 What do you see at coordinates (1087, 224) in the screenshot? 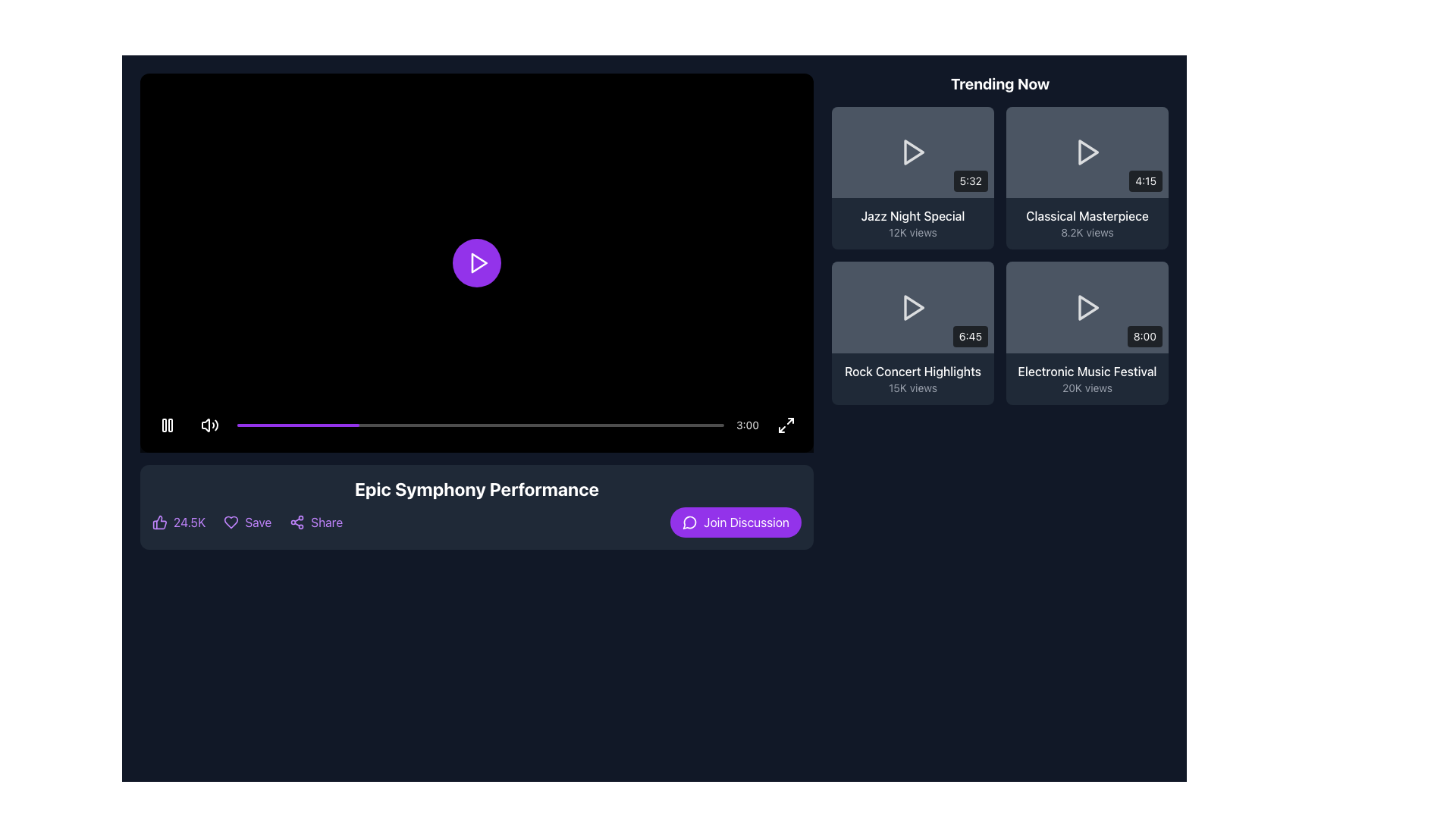
I see `the Text component that displays the title and view count of a video in the 'Trending Now' section, located in the second row and first column of a grid layout` at bounding box center [1087, 224].